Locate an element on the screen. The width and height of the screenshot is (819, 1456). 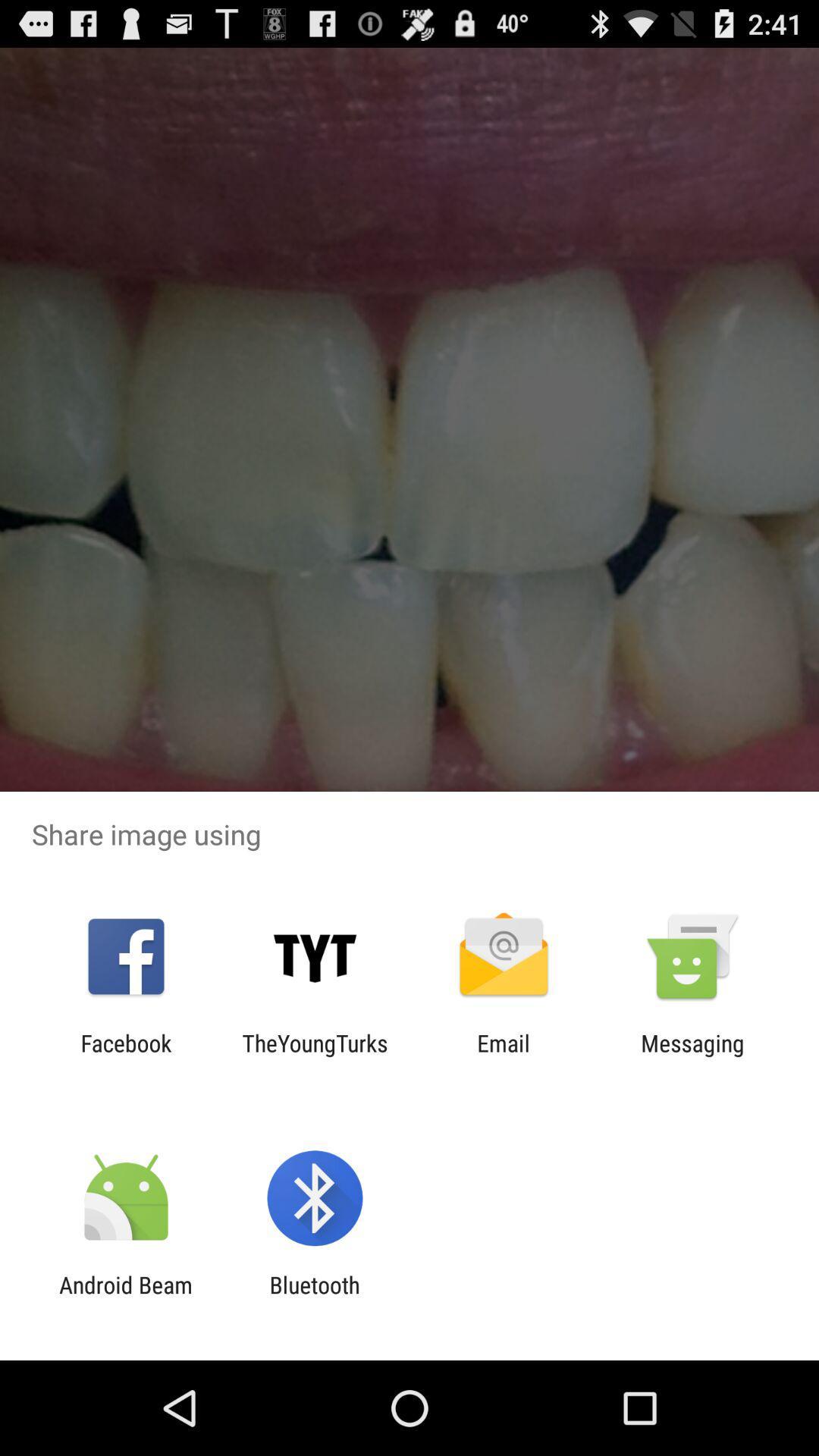
the bluetooth app is located at coordinates (314, 1298).